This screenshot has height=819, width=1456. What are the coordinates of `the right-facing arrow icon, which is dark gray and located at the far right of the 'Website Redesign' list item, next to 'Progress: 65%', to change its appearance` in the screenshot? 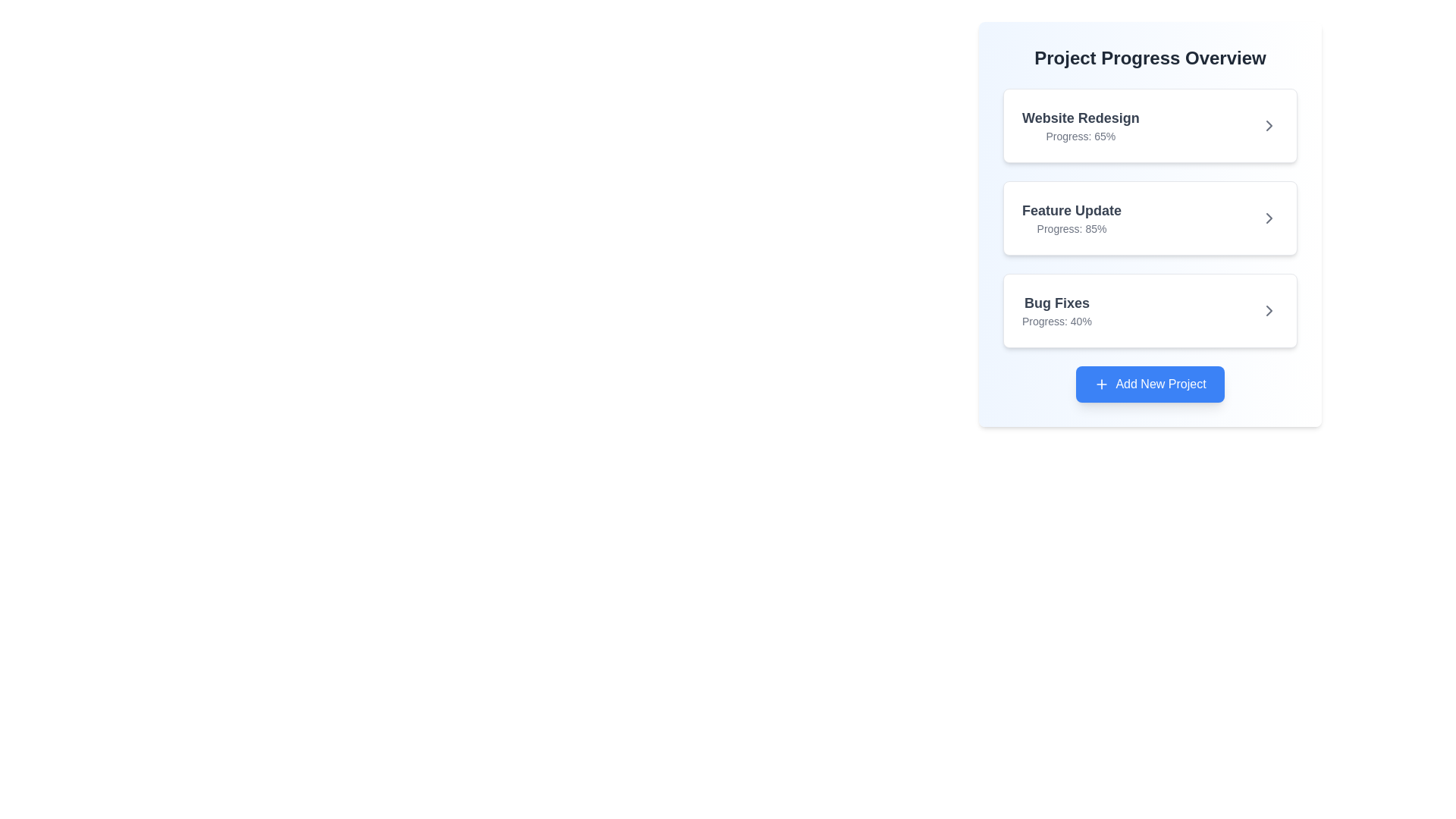 It's located at (1269, 124).